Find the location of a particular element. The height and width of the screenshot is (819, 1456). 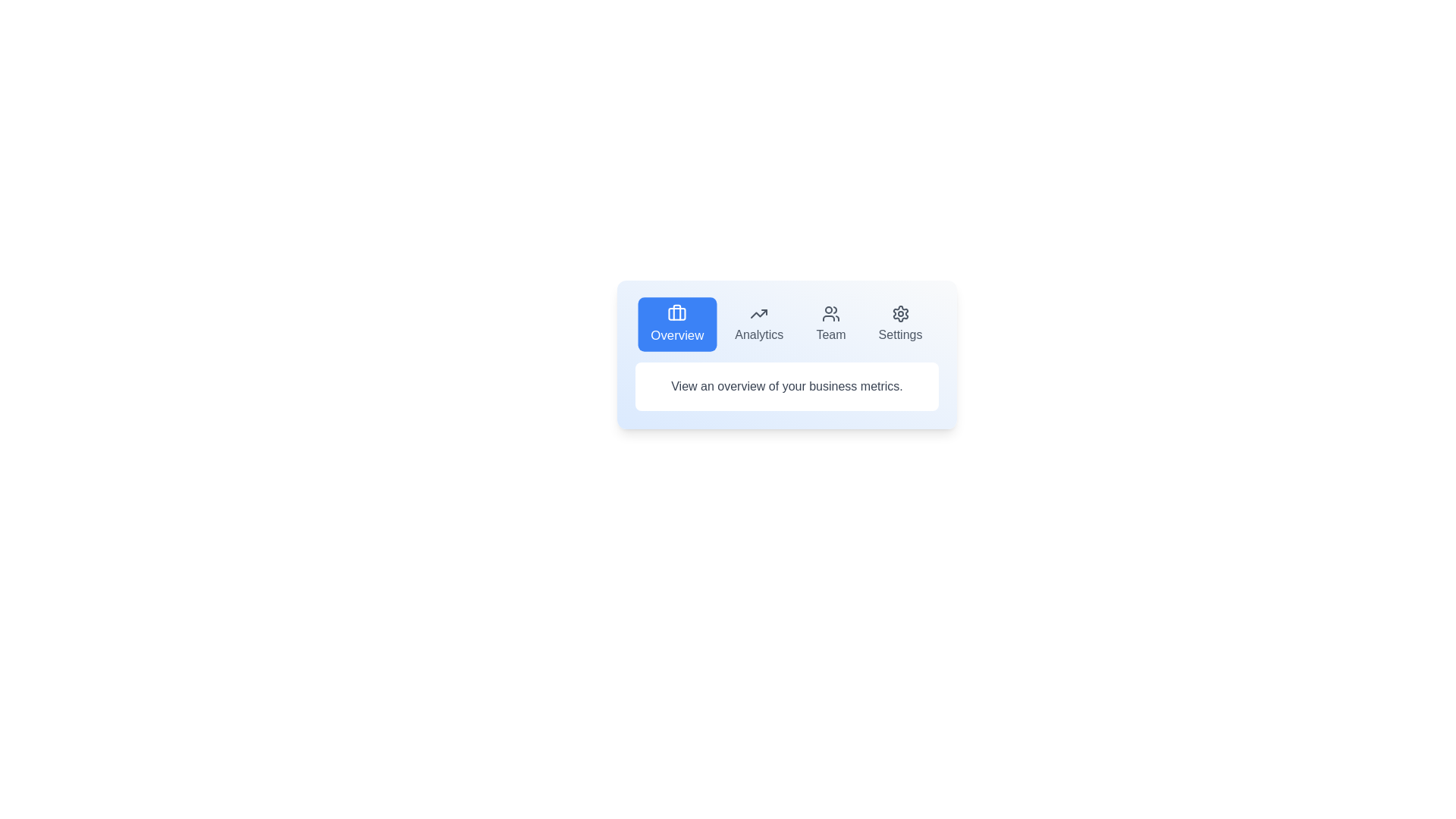

the tab button labeled Settings is located at coordinates (900, 324).